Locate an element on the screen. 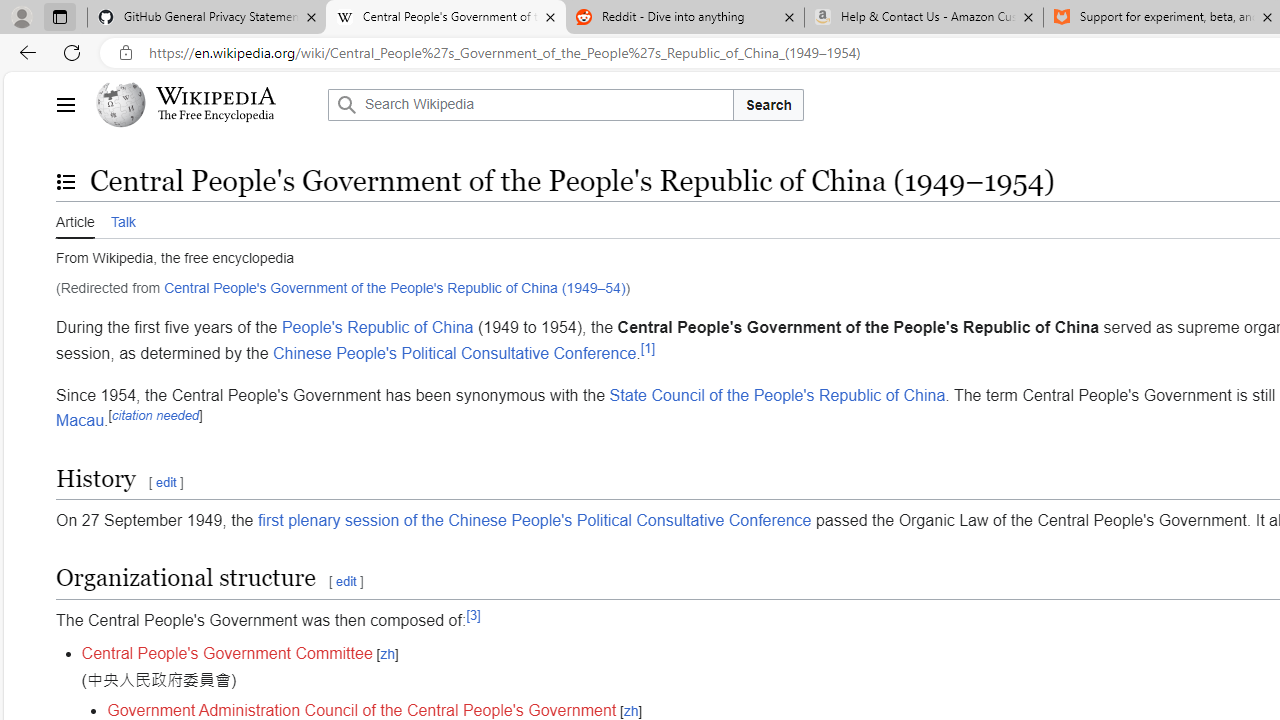 The width and height of the screenshot is (1280, 720). 'Main menu' is located at coordinates (65, 105).